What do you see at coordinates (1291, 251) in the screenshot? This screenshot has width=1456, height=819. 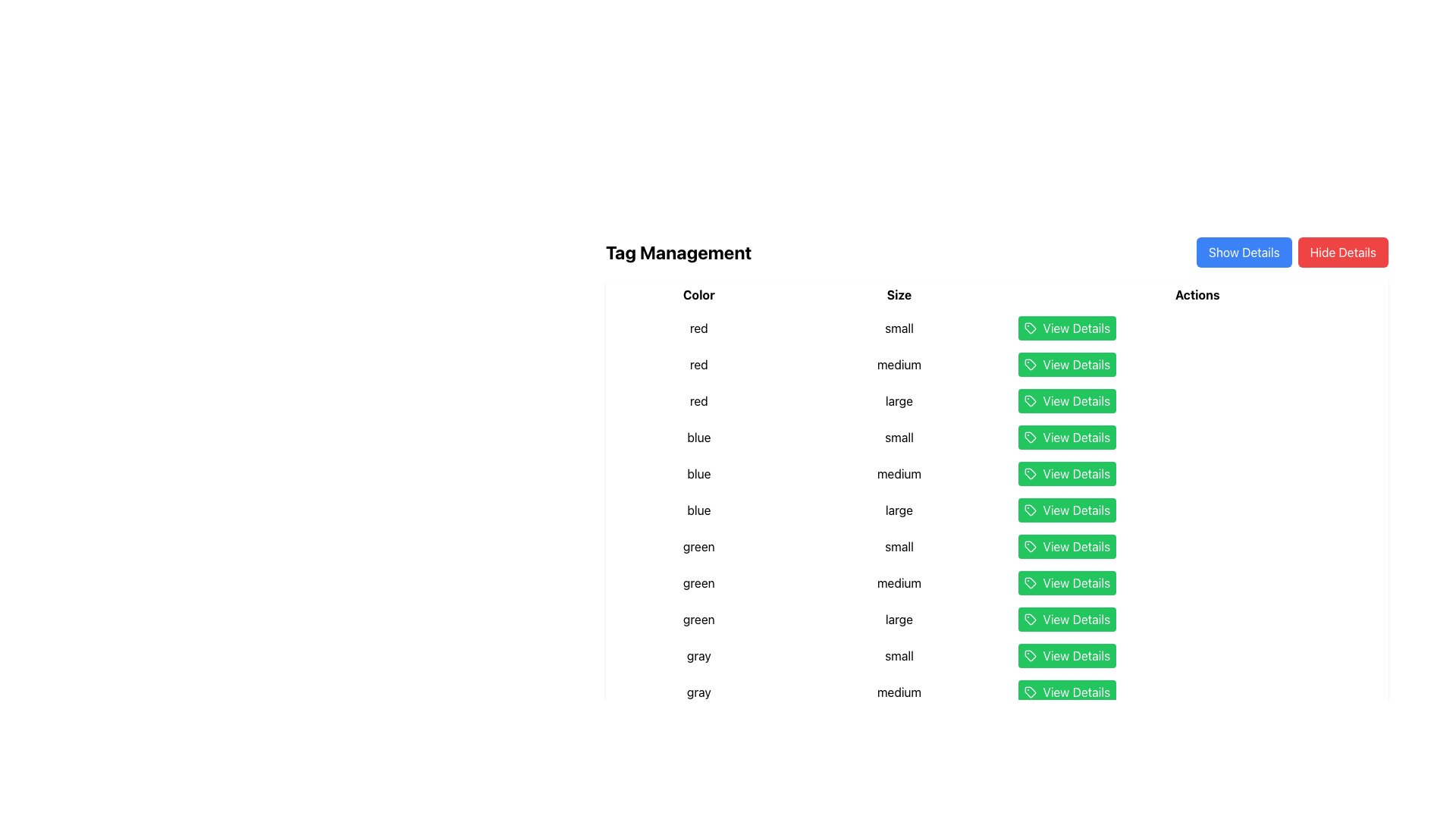 I see `the group of two buttons that toggle the visibility of details in the 'Tag Management' block, located in the top-right section of the block, with 'Show Details' on the left and 'Hide Details' on the right` at bounding box center [1291, 251].